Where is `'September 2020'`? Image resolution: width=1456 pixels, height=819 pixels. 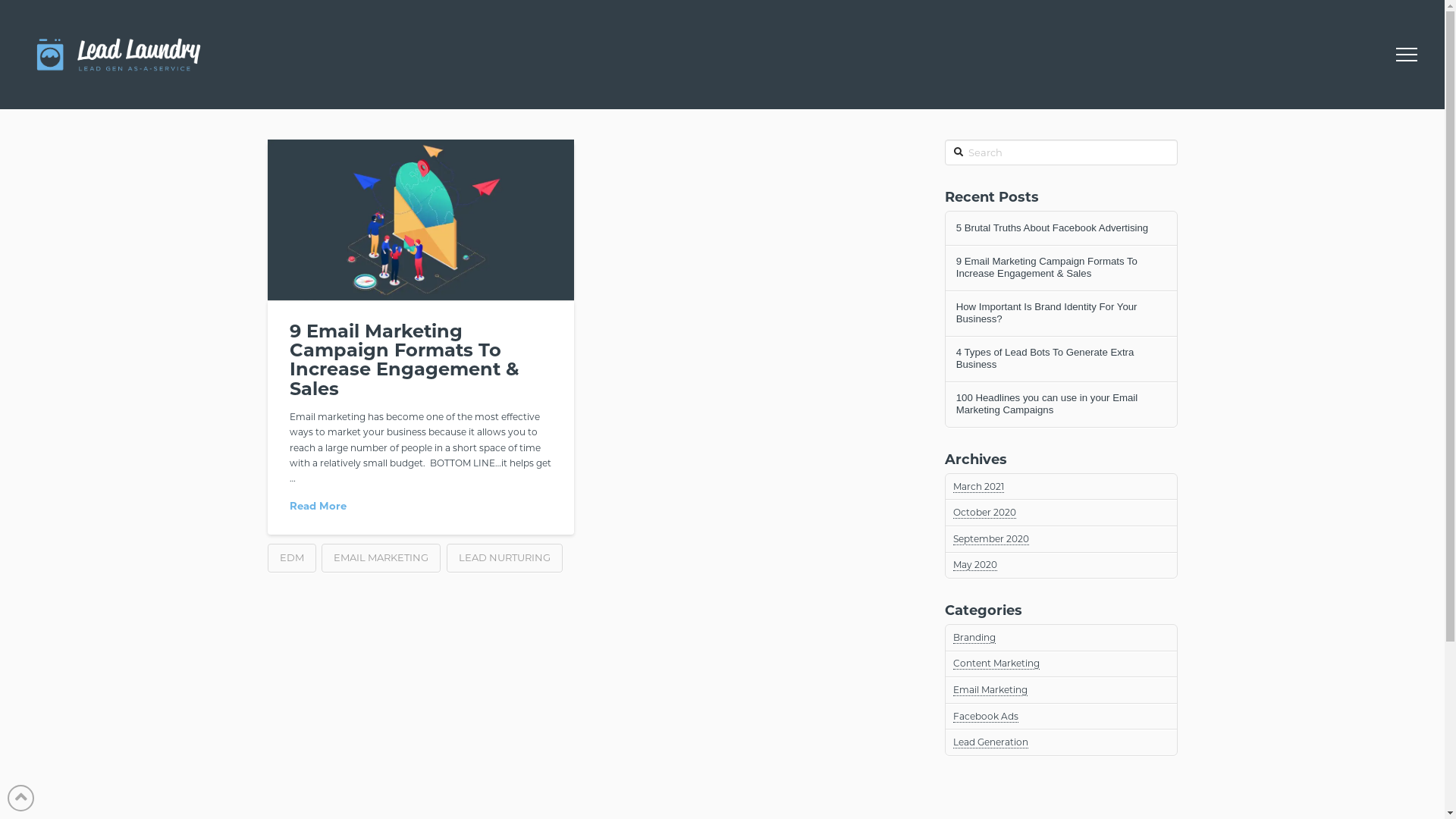
'September 2020' is located at coordinates (990, 538).